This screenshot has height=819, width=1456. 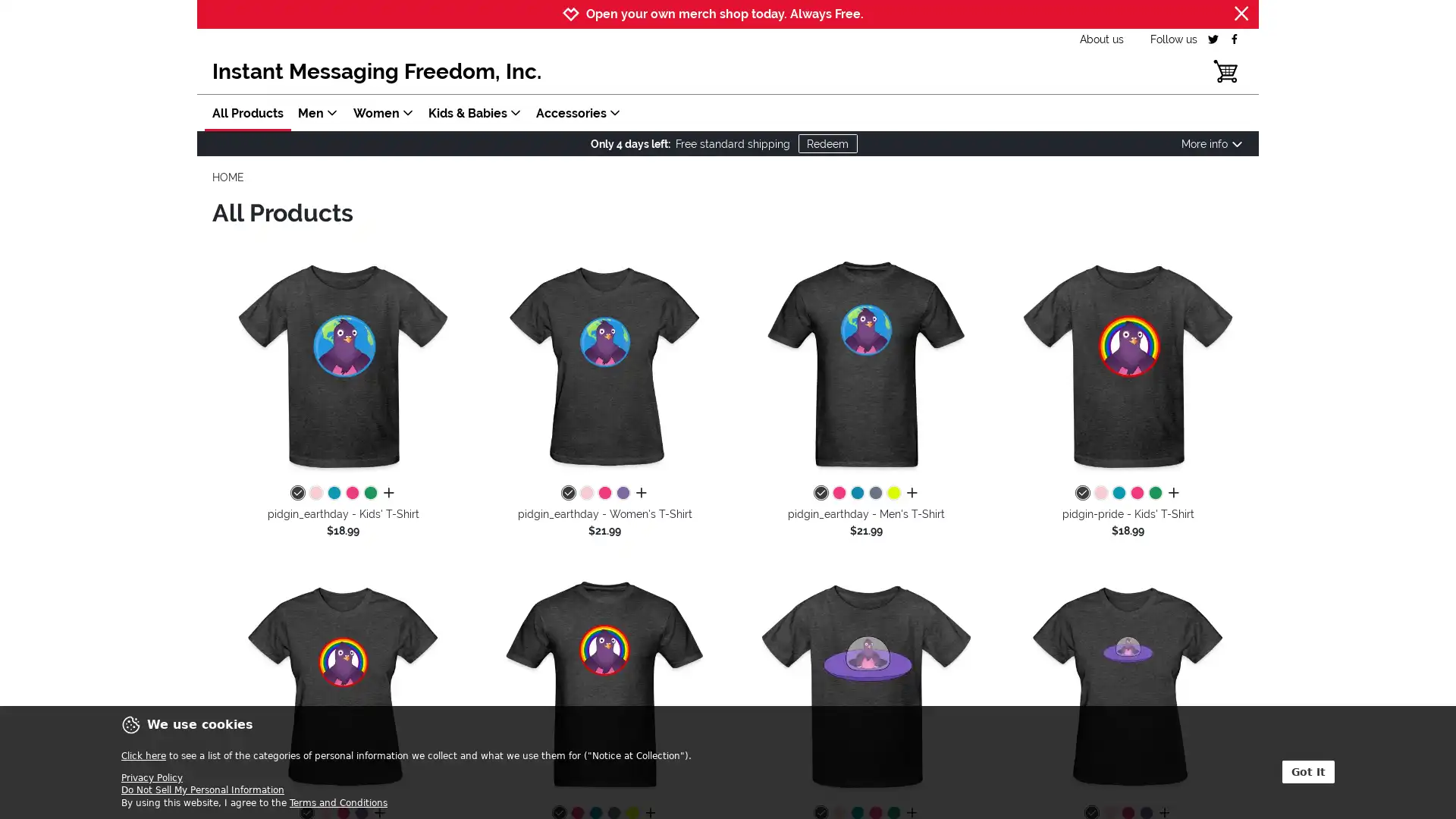 I want to click on pink, so click(x=315, y=494).